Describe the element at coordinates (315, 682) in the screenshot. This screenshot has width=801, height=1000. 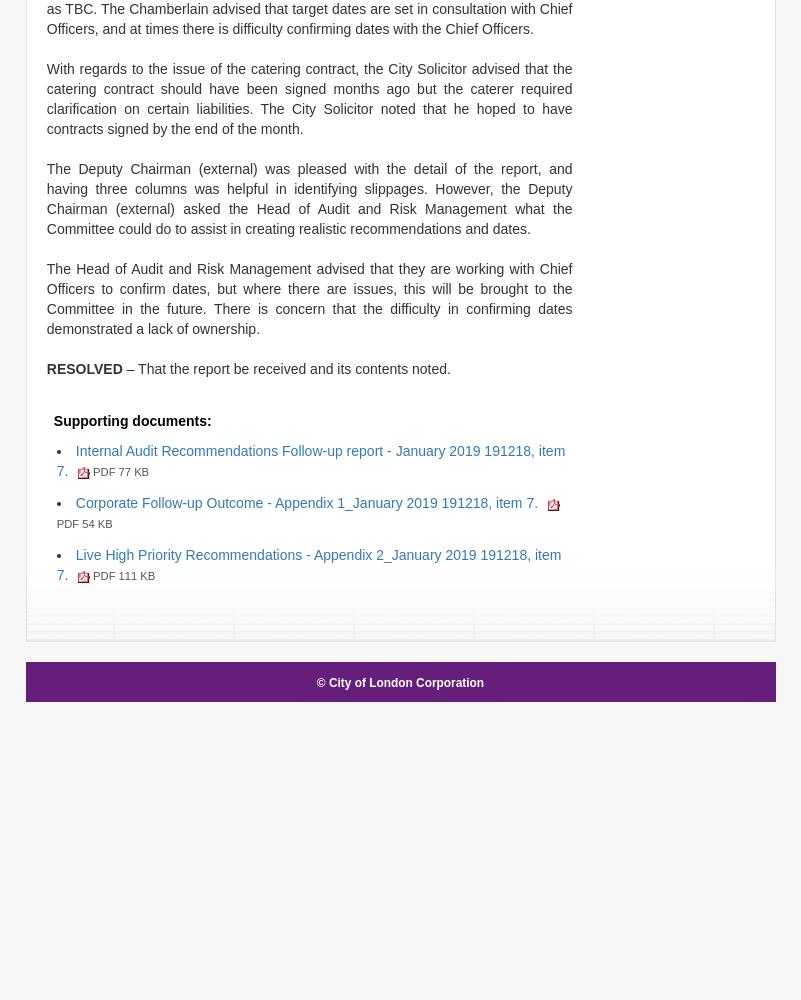
I see `'© City of London Corporation'` at that location.